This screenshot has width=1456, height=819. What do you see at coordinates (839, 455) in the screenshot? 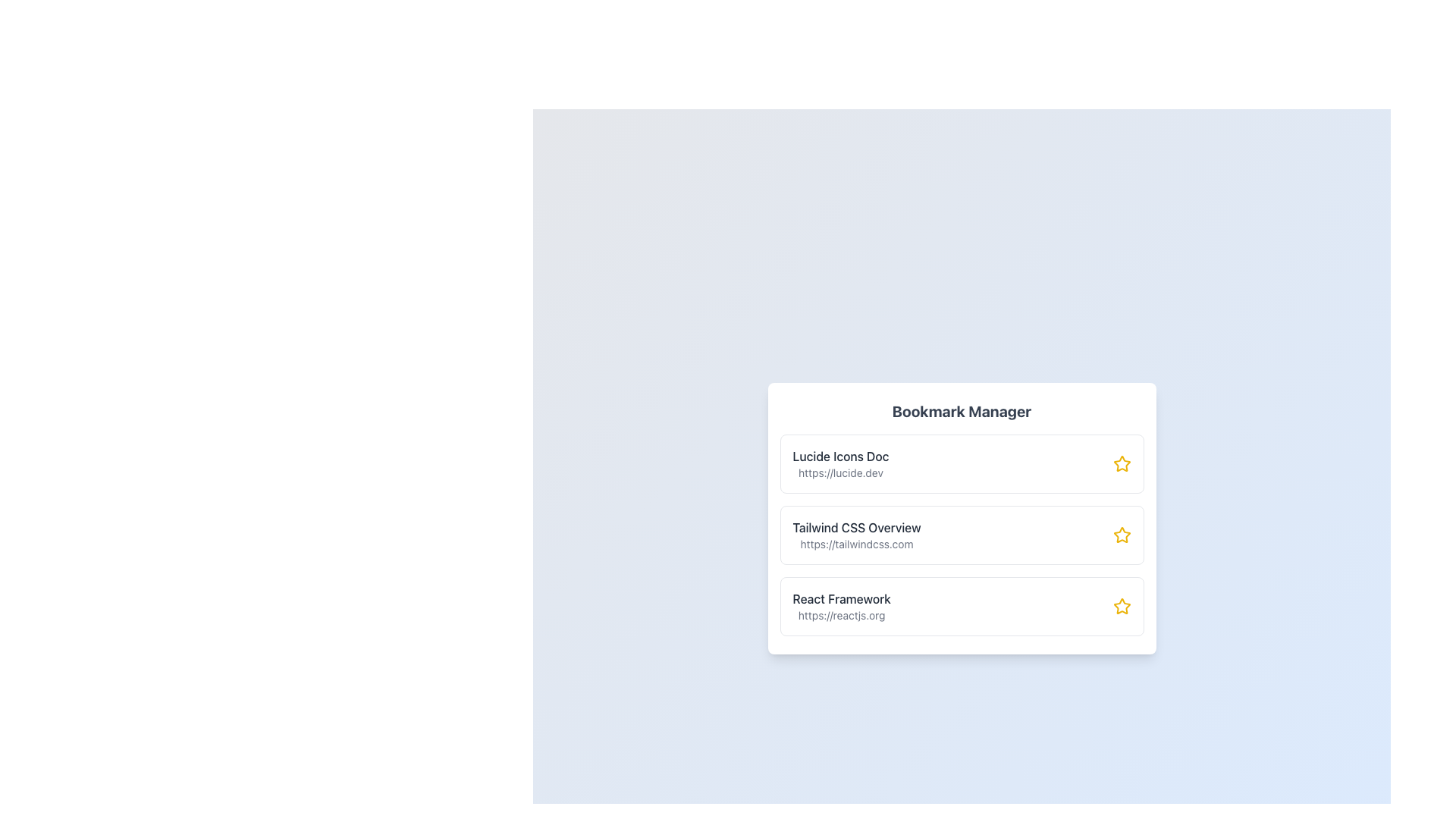
I see `the Static Text element that serves as a title for a bookmark entry in the Bookmark Manager, located centrally aligned at the top of the list item` at bounding box center [839, 455].